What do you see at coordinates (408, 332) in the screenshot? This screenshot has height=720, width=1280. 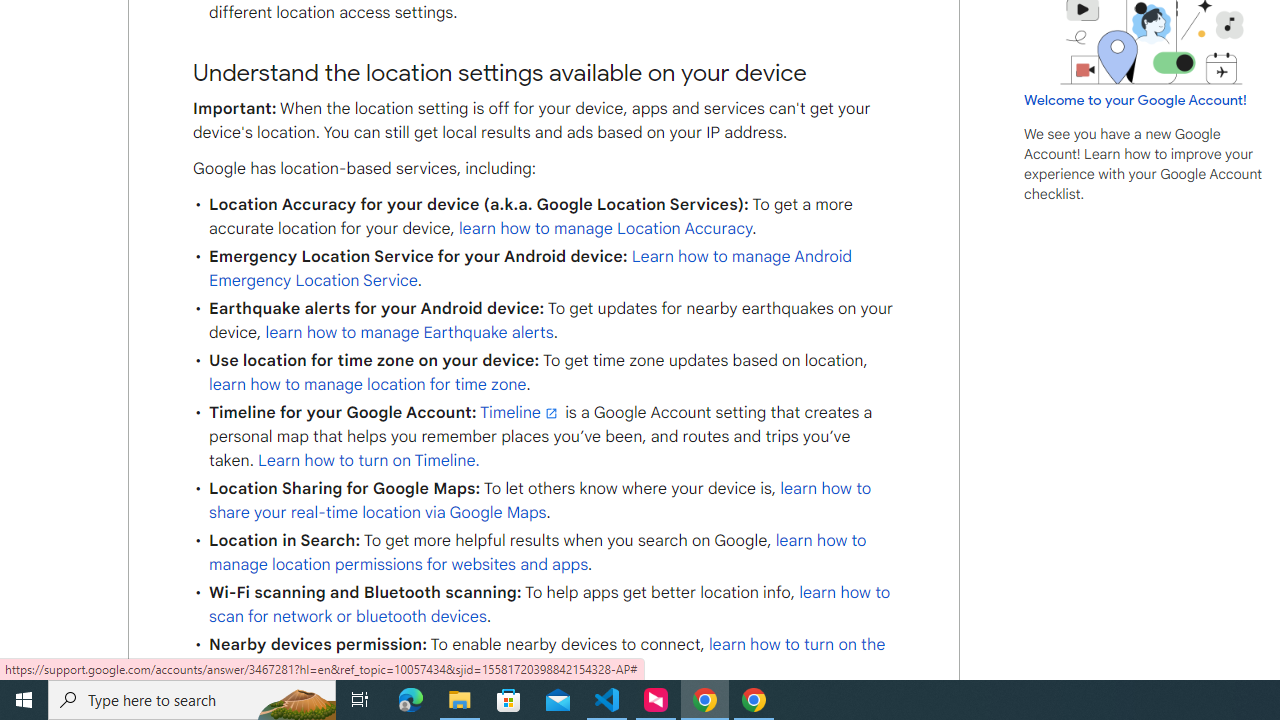 I see `'learn how to manage Earthquake alerts'` at bounding box center [408, 332].